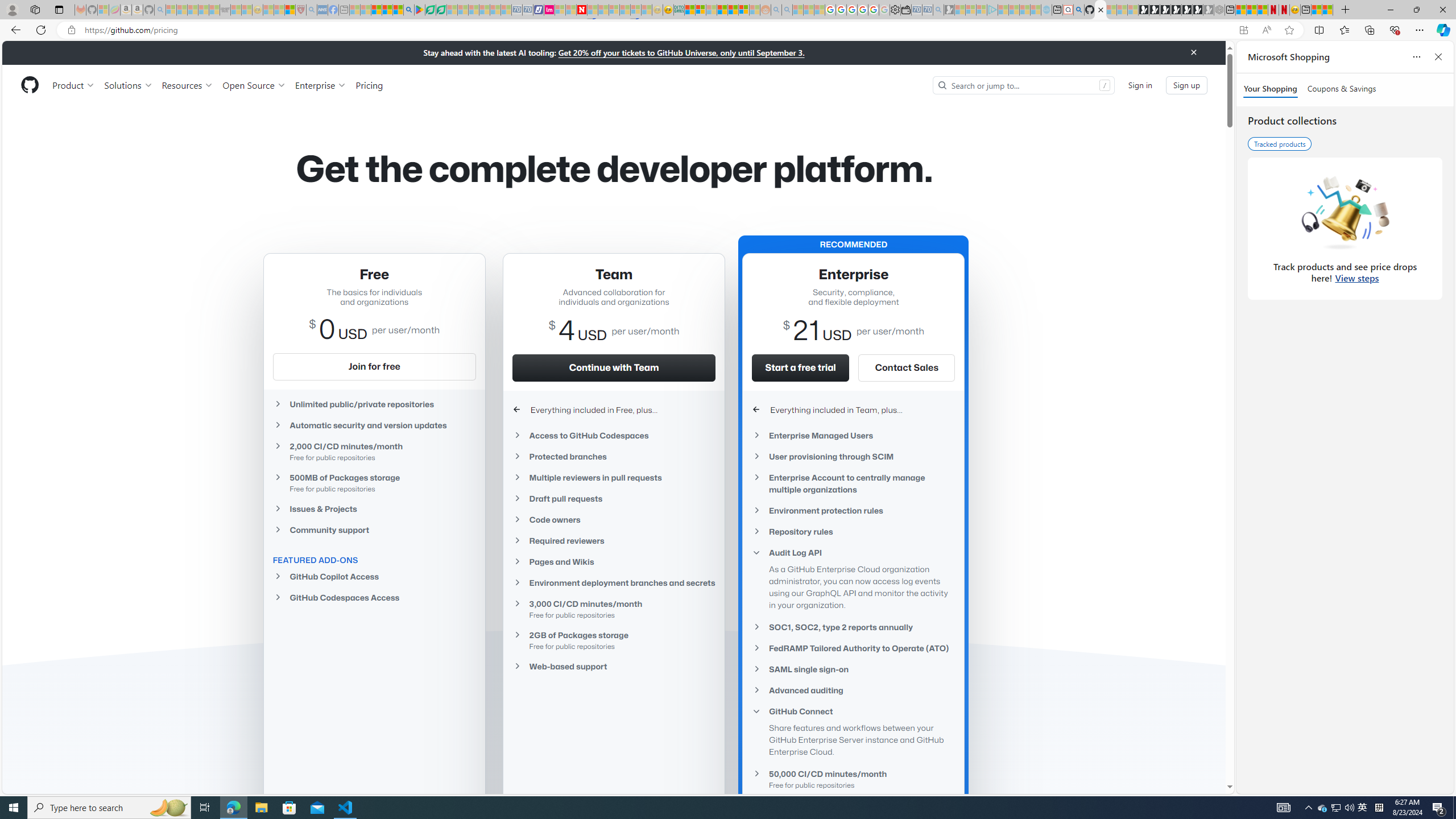 Image resolution: width=1456 pixels, height=819 pixels. Describe the element at coordinates (614, 666) in the screenshot. I see `'Web-based support'` at that location.